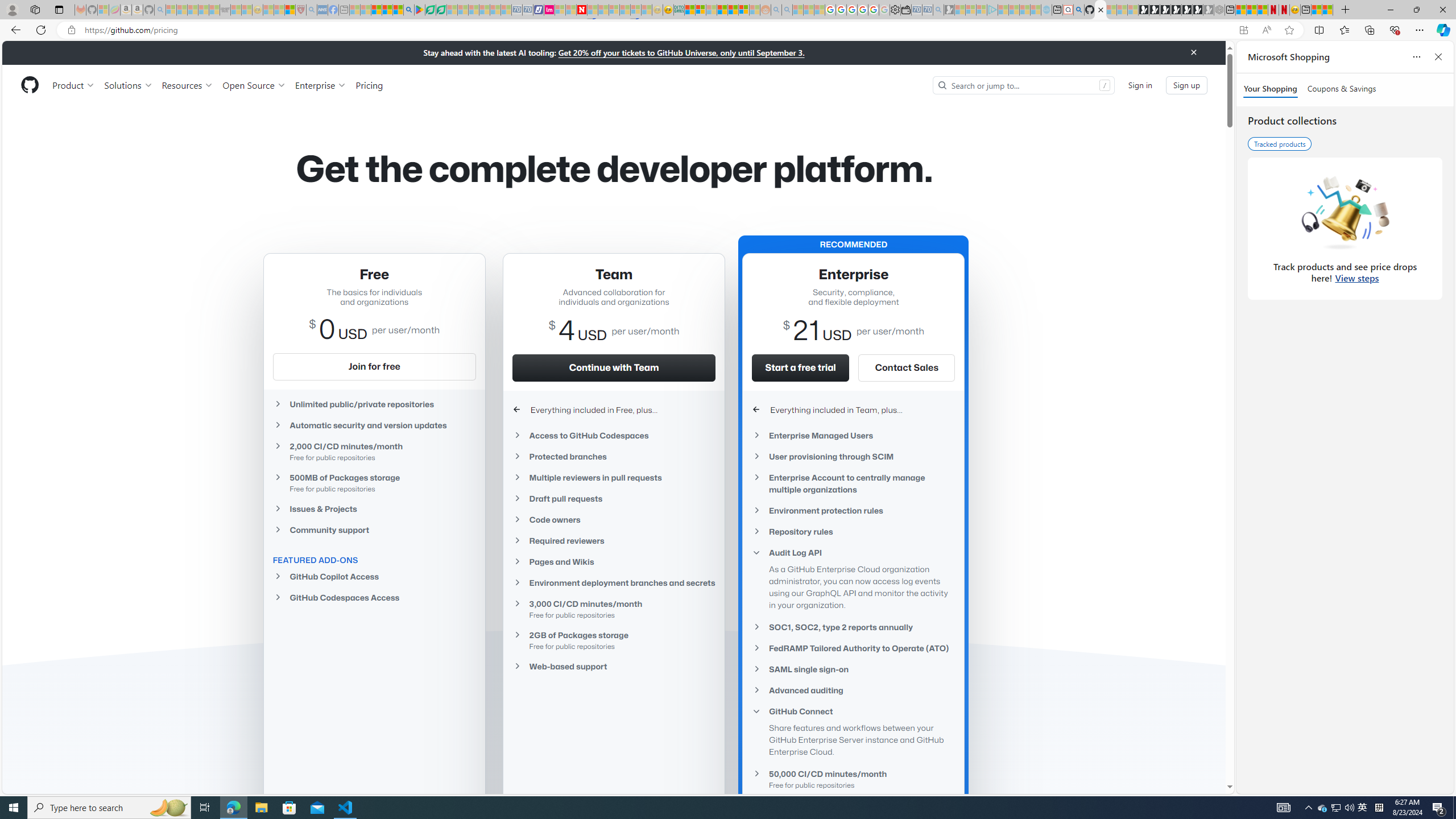 Image resolution: width=1456 pixels, height=819 pixels. Describe the element at coordinates (614, 666) in the screenshot. I see `'Web-based support'` at that location.